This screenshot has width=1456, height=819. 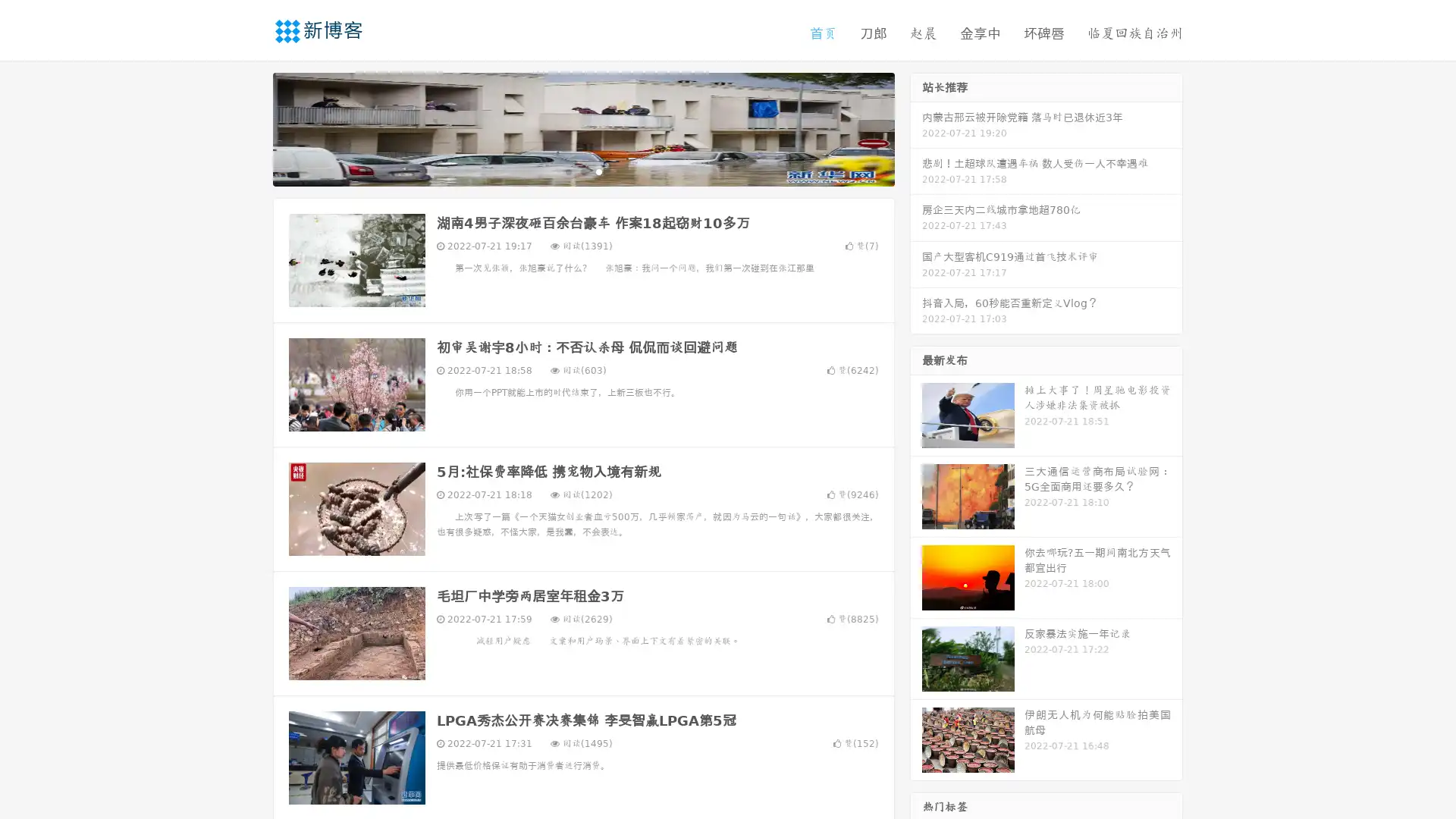 I want to click on Go to slide 2, so click(x=582, y=171).